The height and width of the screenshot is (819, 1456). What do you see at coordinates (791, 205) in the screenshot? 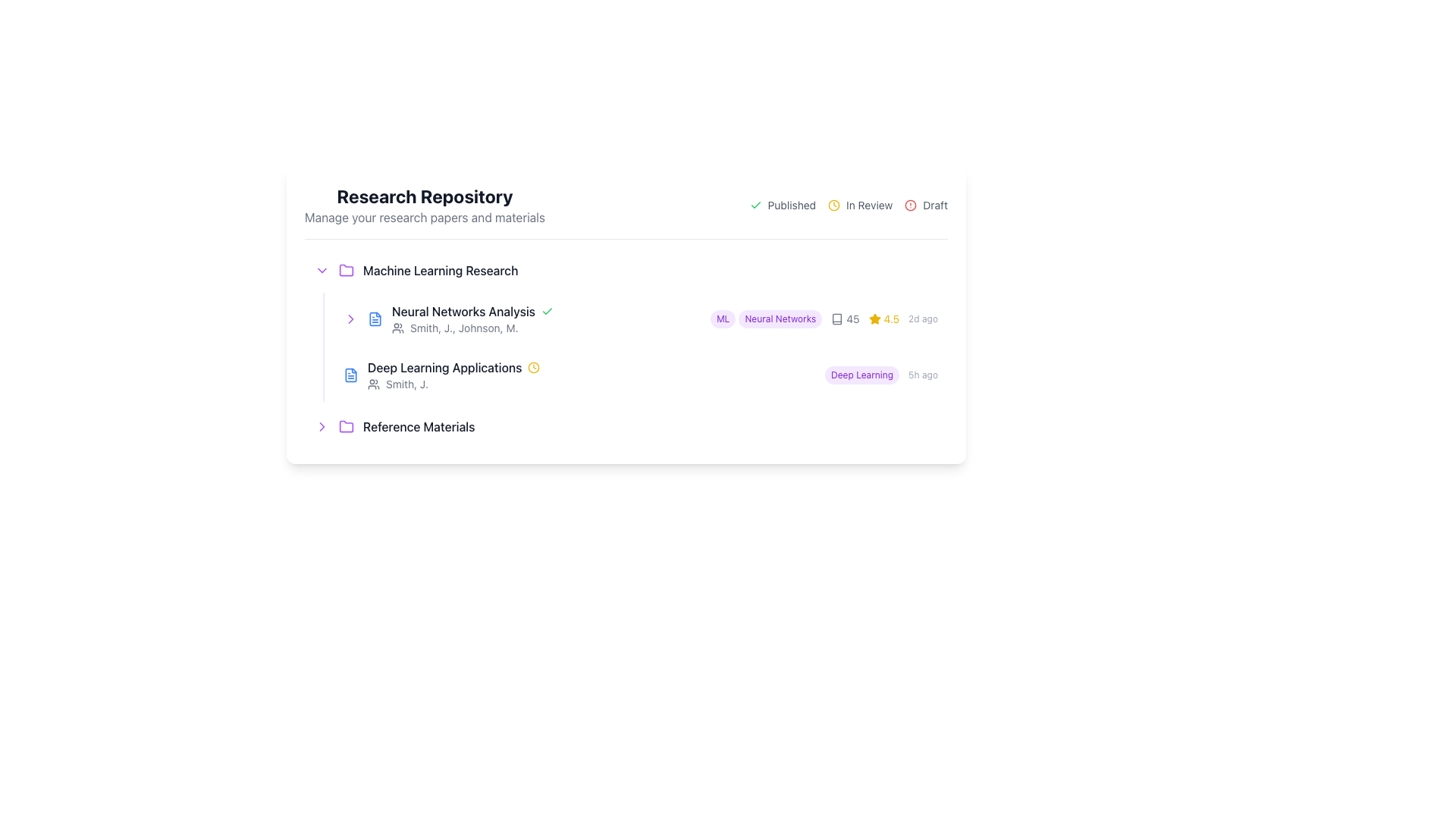
I see `the 'Published' status text label located at the top right corner of the main content area, adjacent to other status labels and following a green checkmark icon` at bounding box center [791, 205].